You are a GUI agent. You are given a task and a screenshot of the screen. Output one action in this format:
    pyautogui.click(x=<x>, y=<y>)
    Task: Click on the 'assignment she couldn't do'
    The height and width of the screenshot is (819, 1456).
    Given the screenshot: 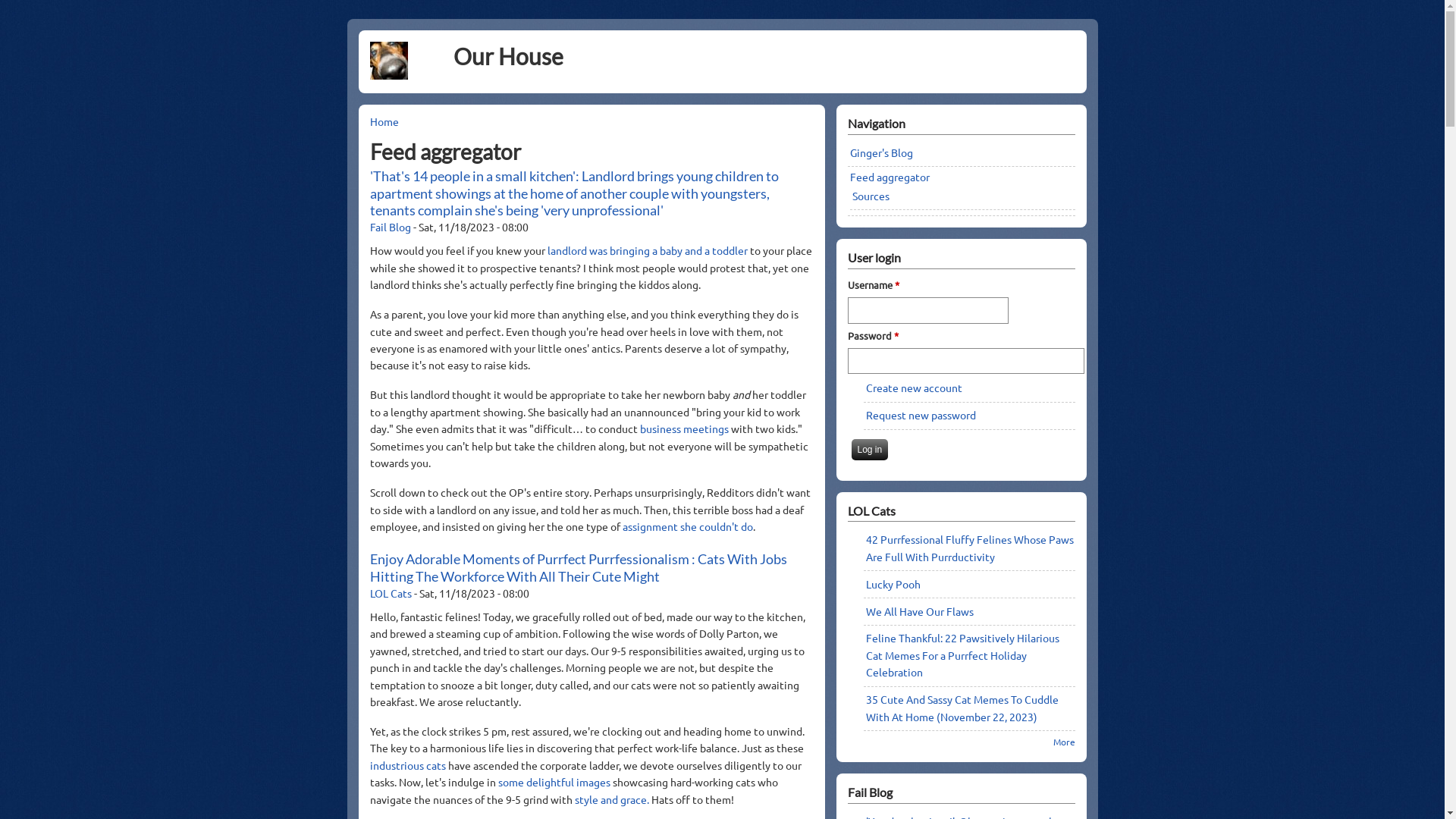 What is the action you would take?
    pyautogui.click(x=622, y=526)
    